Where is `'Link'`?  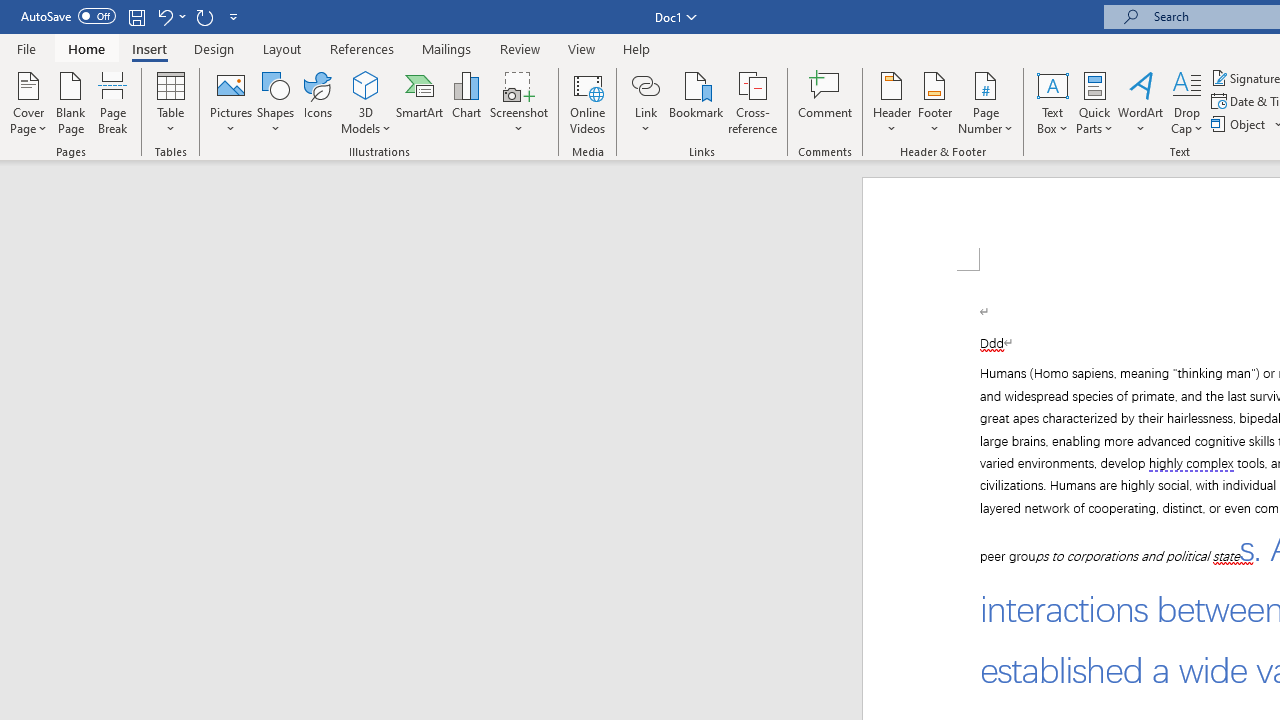
'Link' is located at coordinates (645, 84).